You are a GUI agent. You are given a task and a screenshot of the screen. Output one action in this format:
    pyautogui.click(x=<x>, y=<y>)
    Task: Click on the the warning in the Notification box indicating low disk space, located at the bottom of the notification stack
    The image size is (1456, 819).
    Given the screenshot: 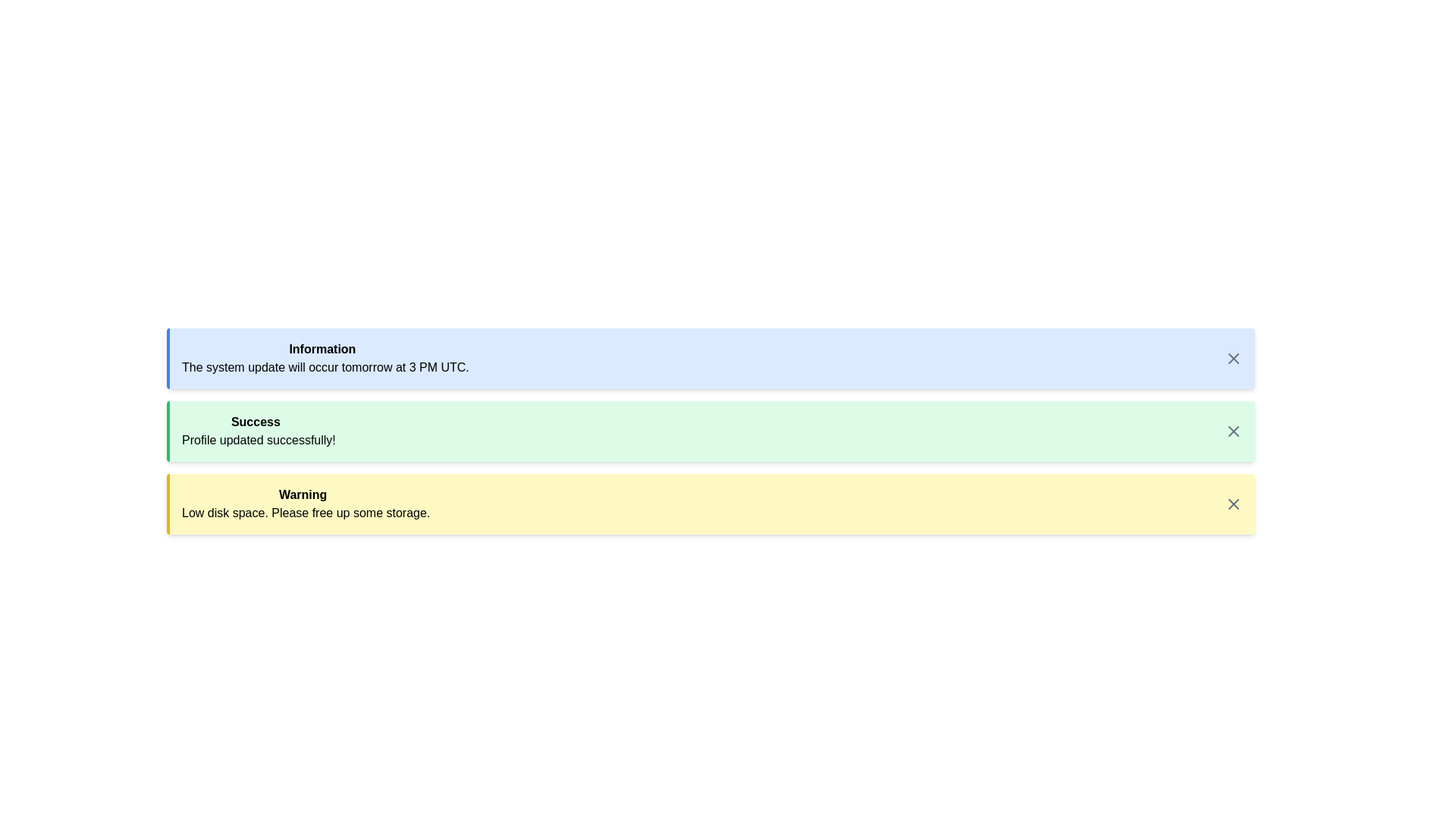 What is the action you would take?
    pyautogui.click(x=710, y=504)
    